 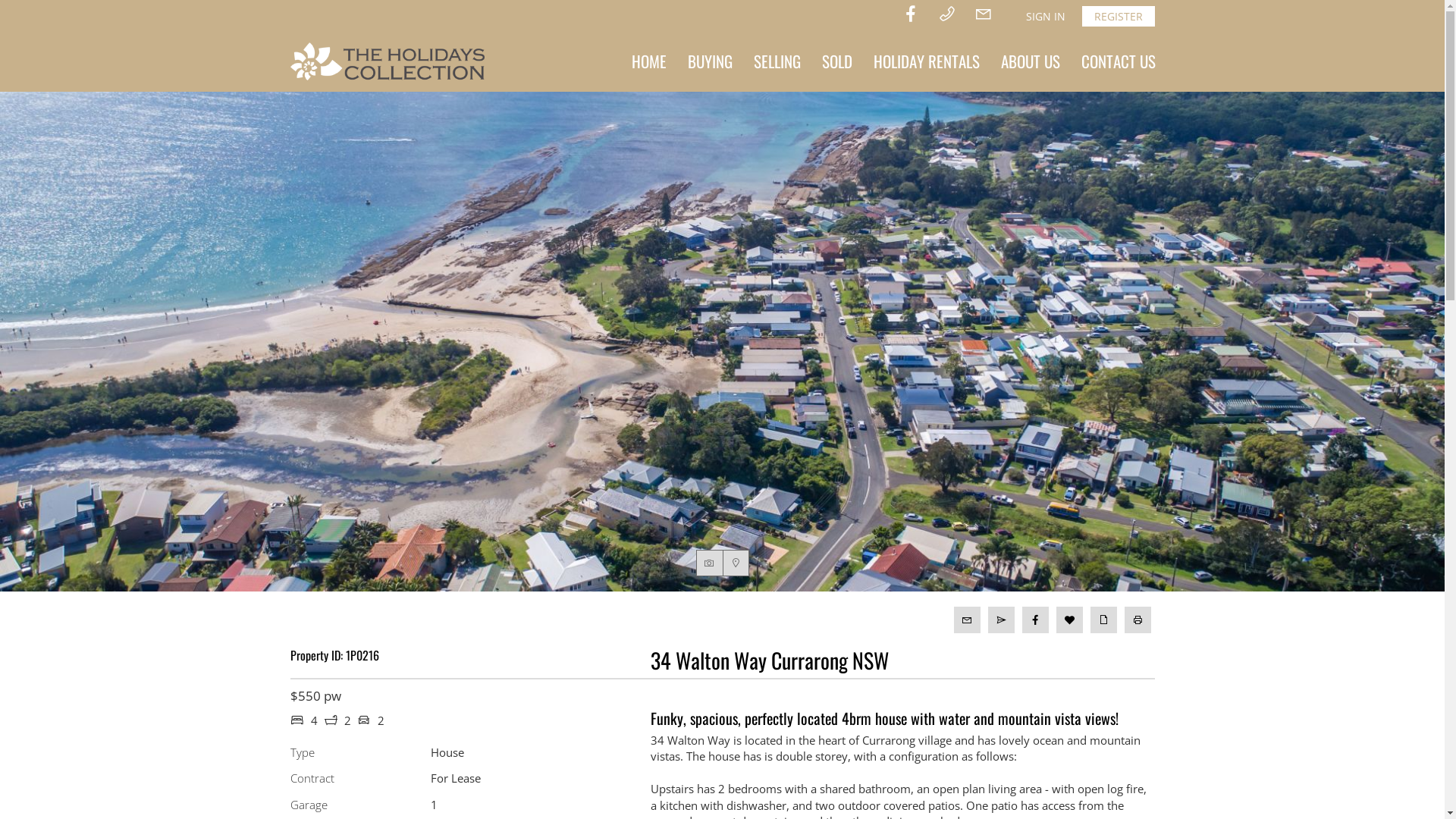 What do you see at coordinates (1043, 16) in the screenshot?
I see `'SIGN IN'` at bounding box center [1043, 16].